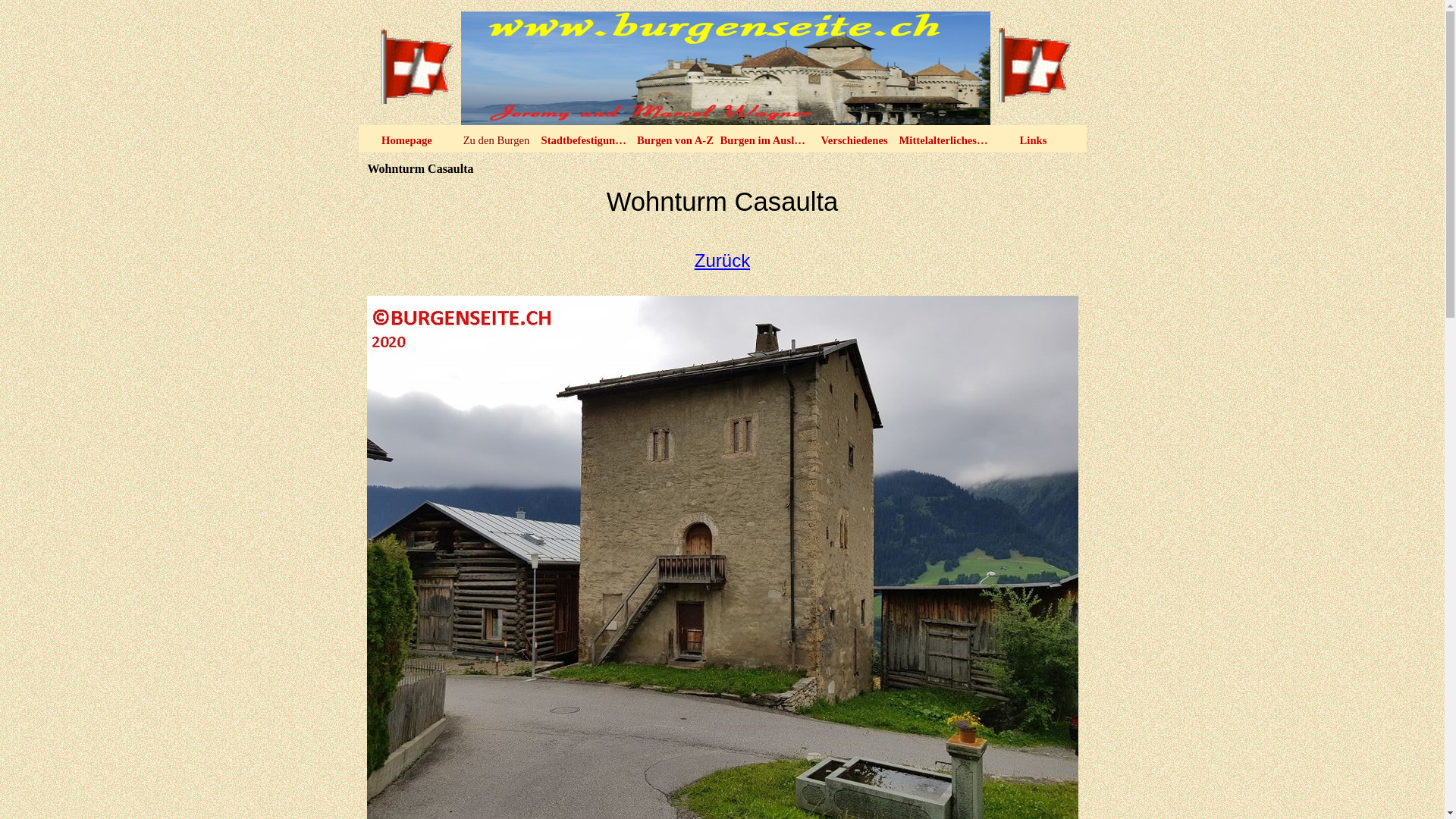 This screenshot has width=1456, height=819. What do you see at coordinates (407, 140) in the screenshot?
I see `'Homepage'` at bounding box center [407, 140].